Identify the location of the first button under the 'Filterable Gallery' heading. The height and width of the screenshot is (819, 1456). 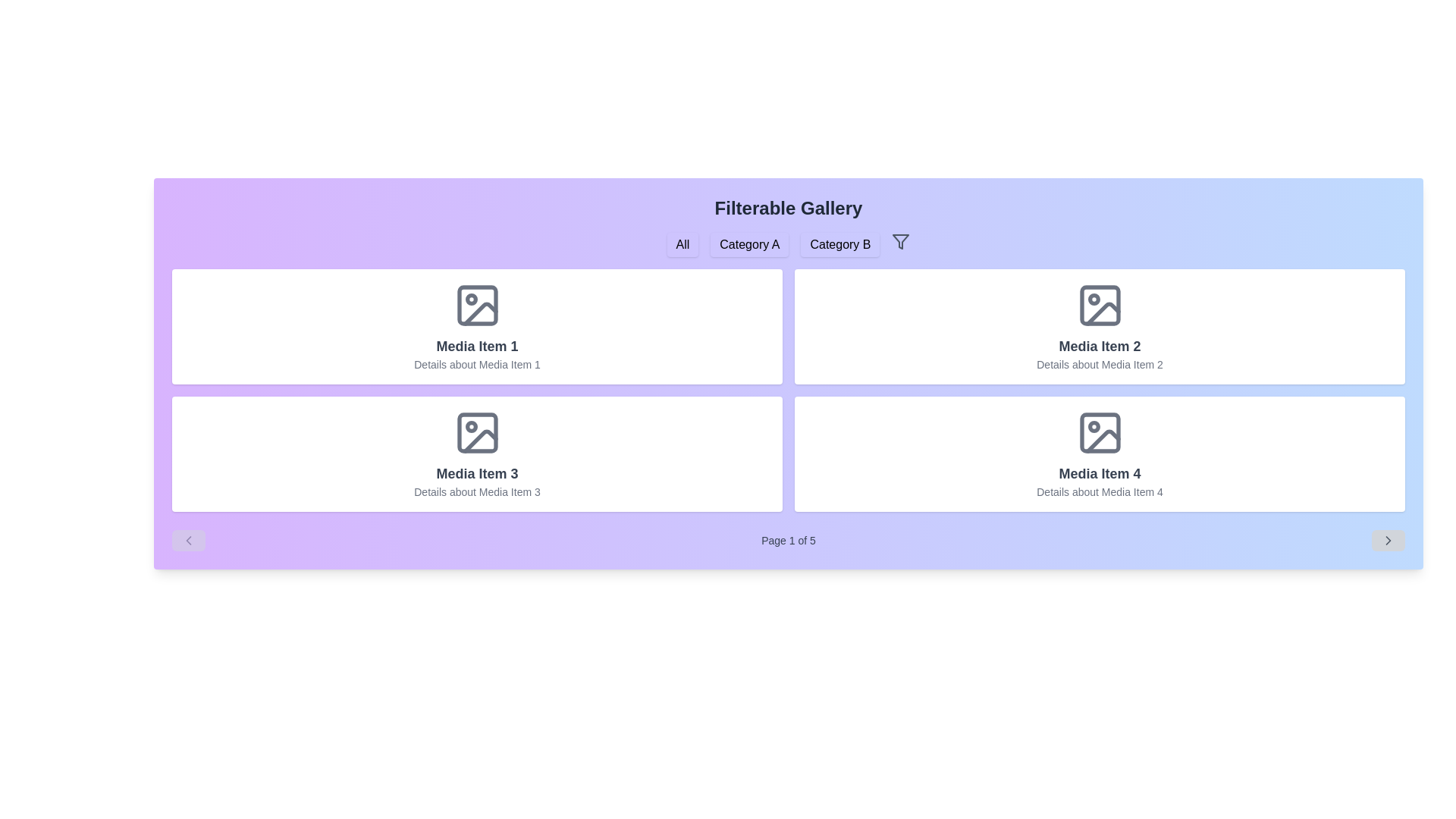
(682, 244).